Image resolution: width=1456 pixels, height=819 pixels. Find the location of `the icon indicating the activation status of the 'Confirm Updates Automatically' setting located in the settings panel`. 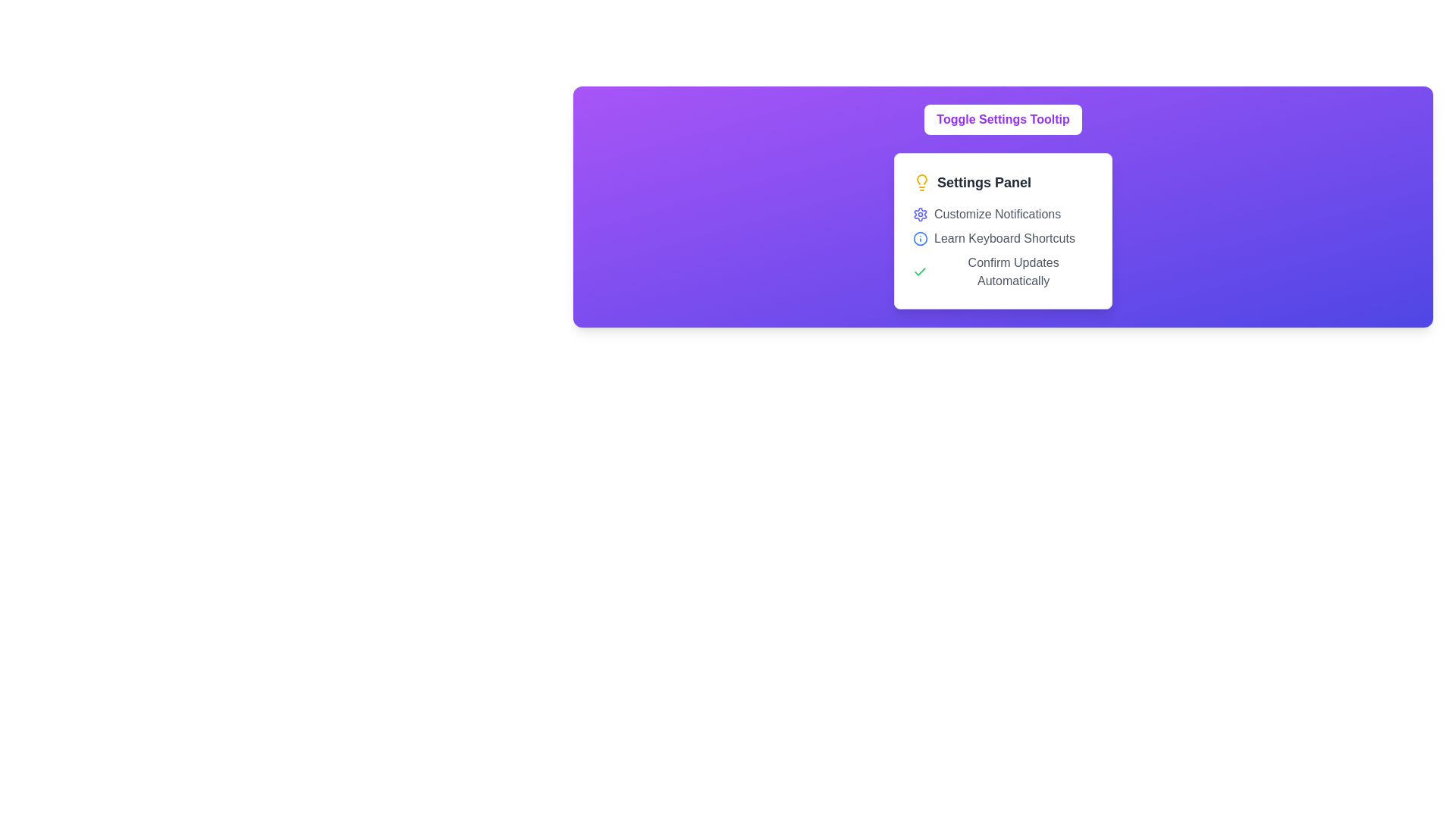

the icon indicating the activation status of the 'Confirm Updates Automatically' setting located in the settings panel is located at coordinates (919, 271).